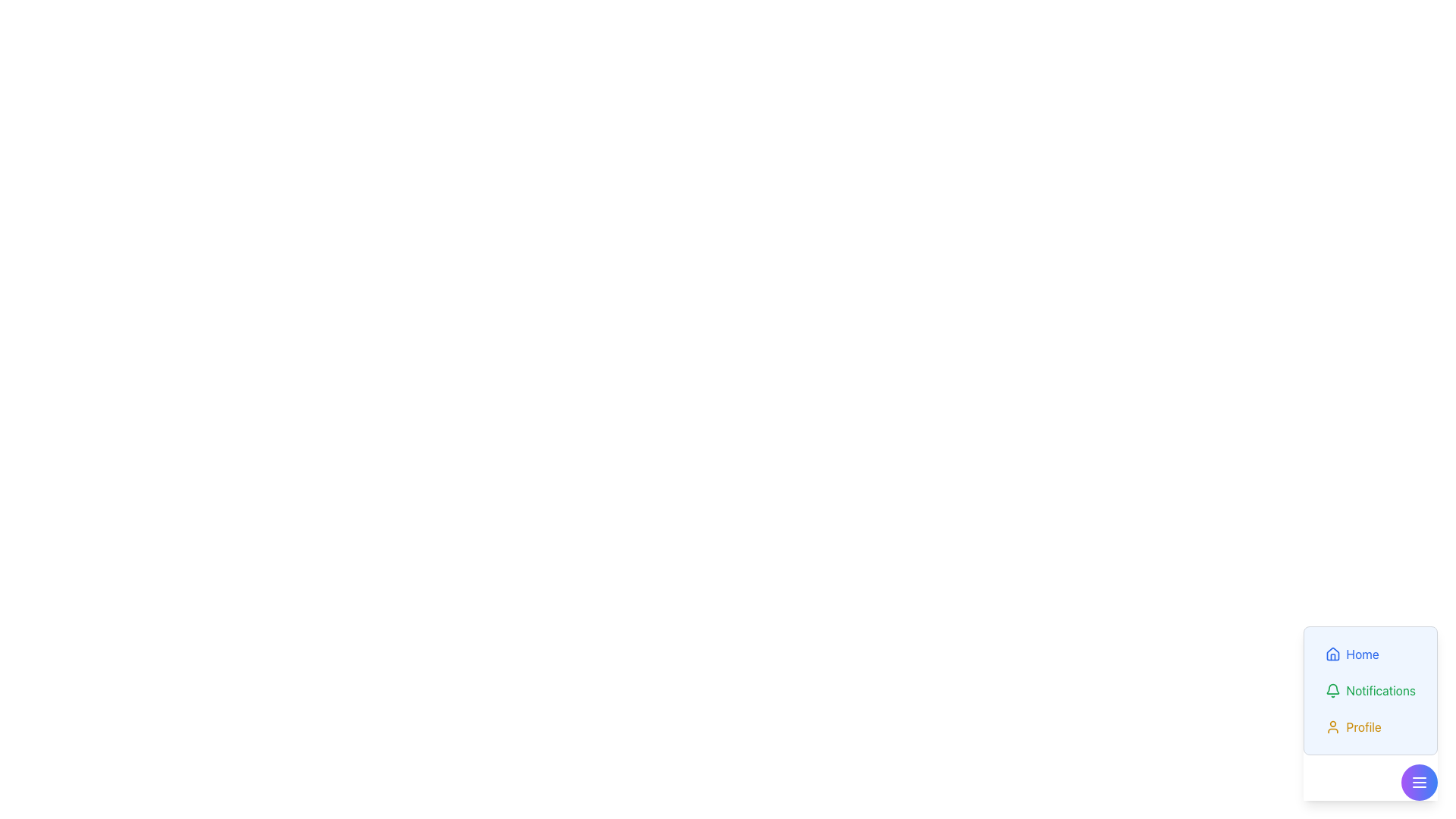  What do you see at coordinates (1332, 726) in the screenshot?
I see `the small orange user profile icon located to the left of the 'Profile' label in the bottom-right navigation menu` at bounding box center [1332, 726].